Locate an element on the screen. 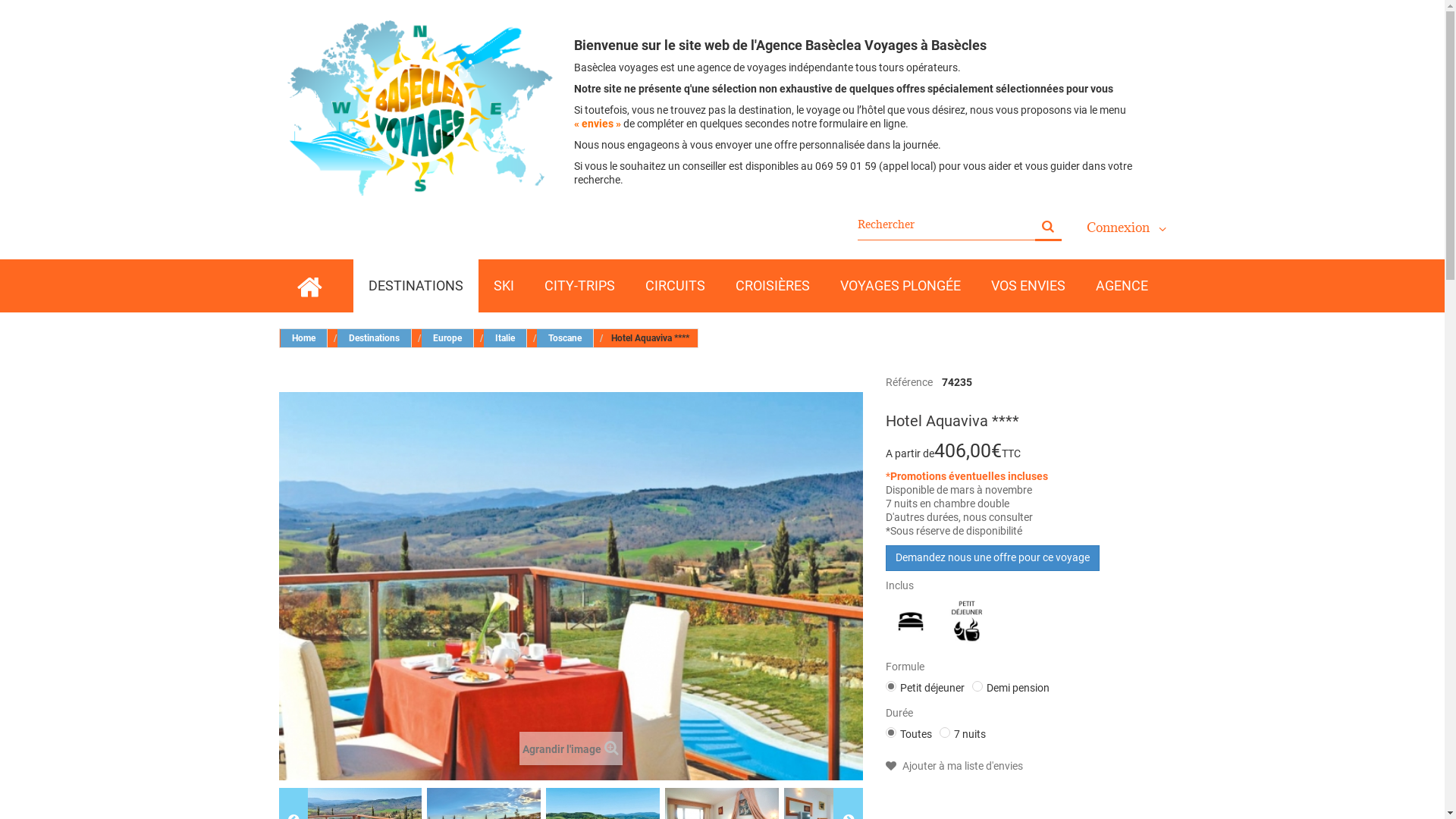 The image size is (1456, 819). 'Logement' is located at coordinates (887, 620).